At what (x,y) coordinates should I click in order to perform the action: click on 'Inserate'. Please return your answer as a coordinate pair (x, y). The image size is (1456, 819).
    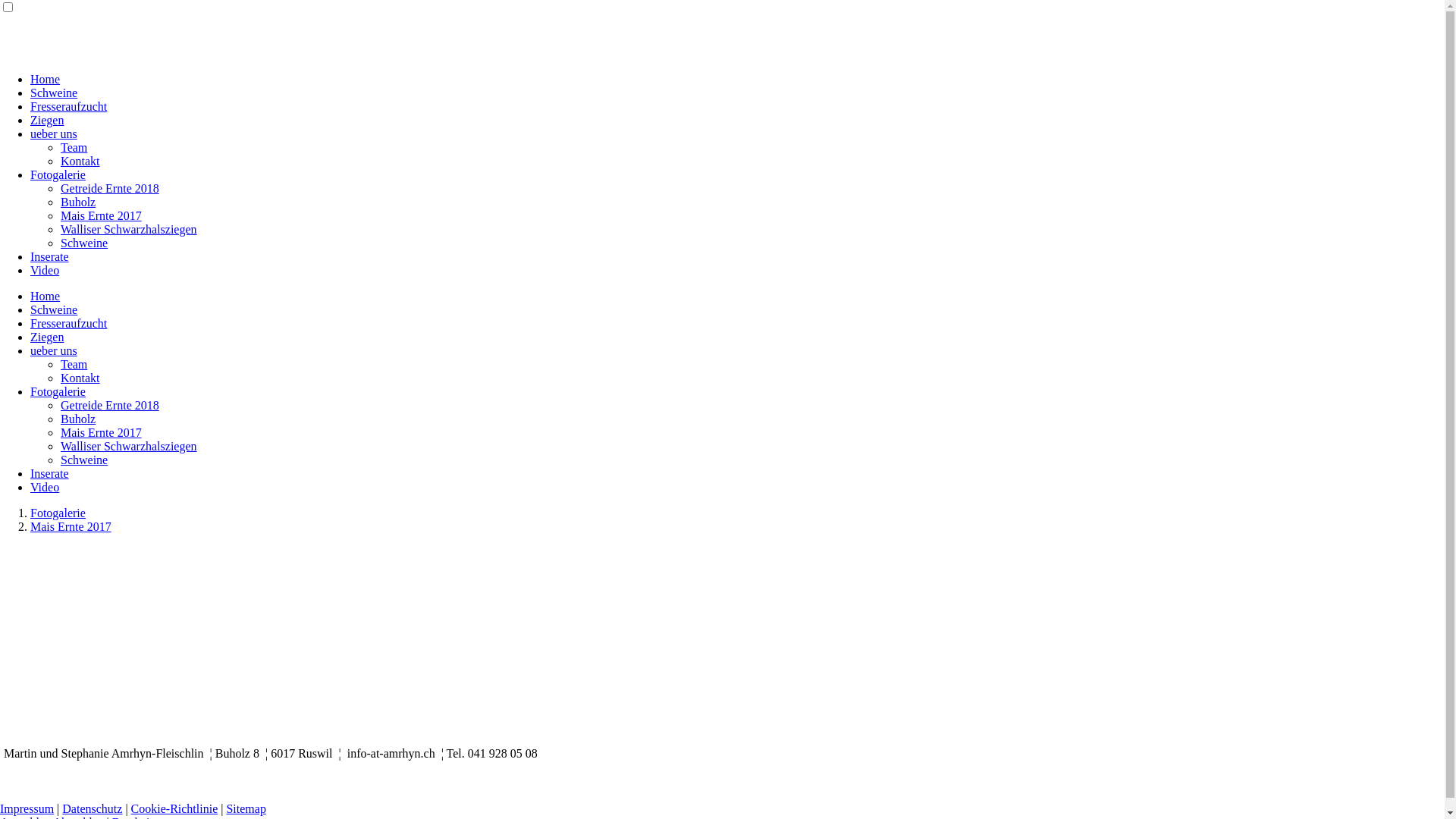
    Looking at the image, I should click on (49, 472).